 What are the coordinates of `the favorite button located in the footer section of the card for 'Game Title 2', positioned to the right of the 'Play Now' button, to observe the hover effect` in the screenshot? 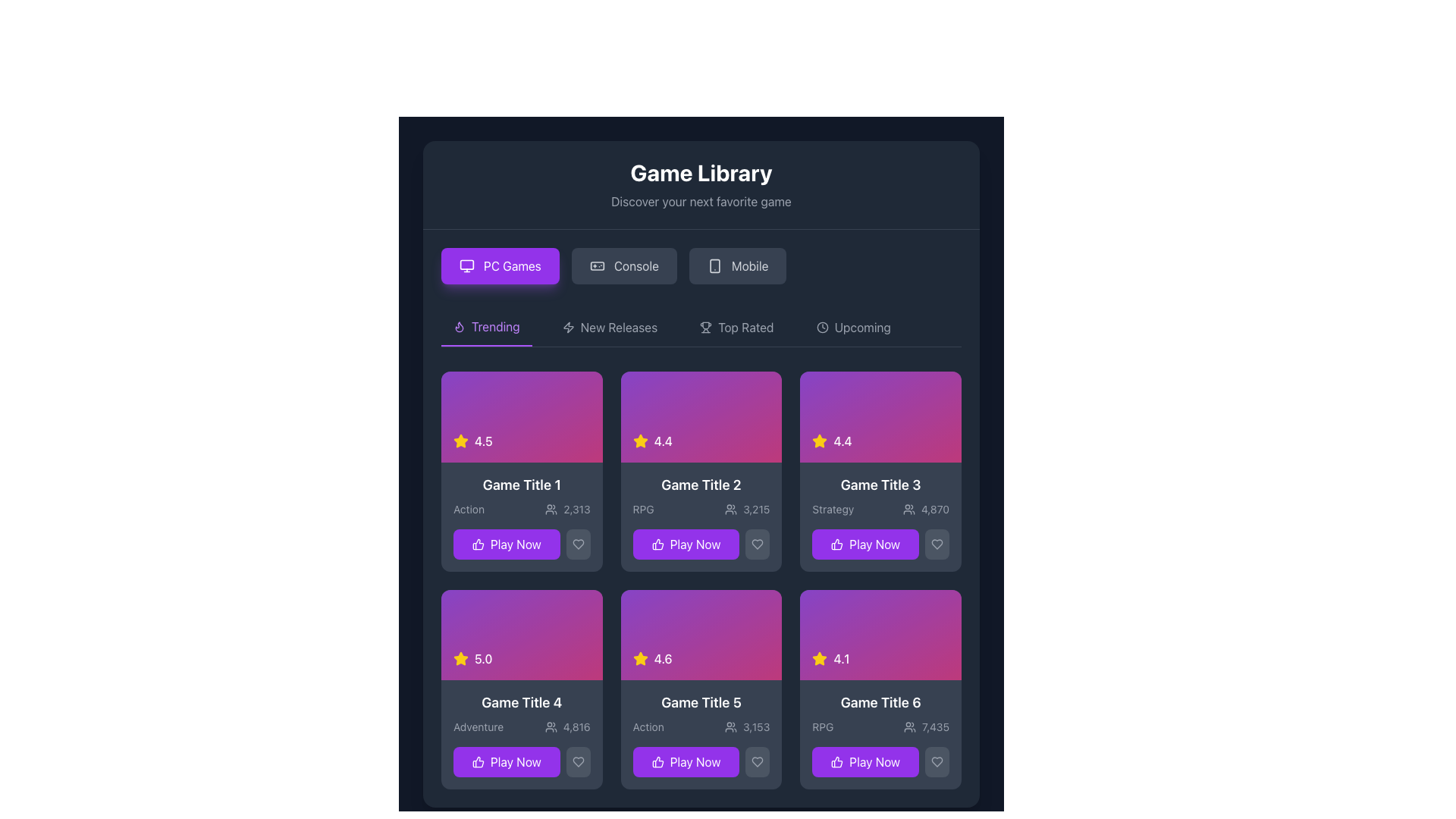 It's located at (758, 543).